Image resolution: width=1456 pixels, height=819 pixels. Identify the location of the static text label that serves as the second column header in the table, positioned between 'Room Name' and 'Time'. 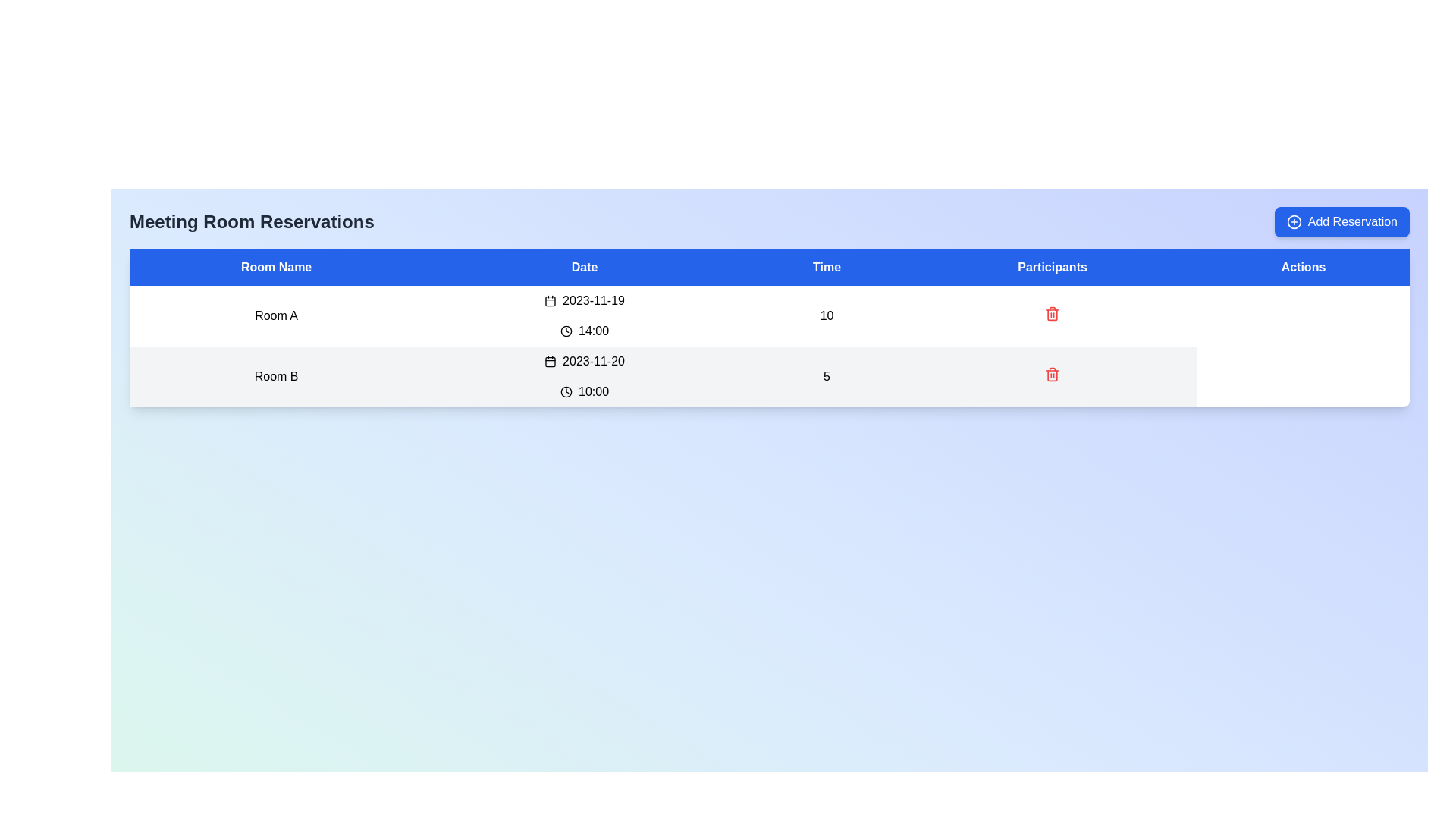
(584, 267).